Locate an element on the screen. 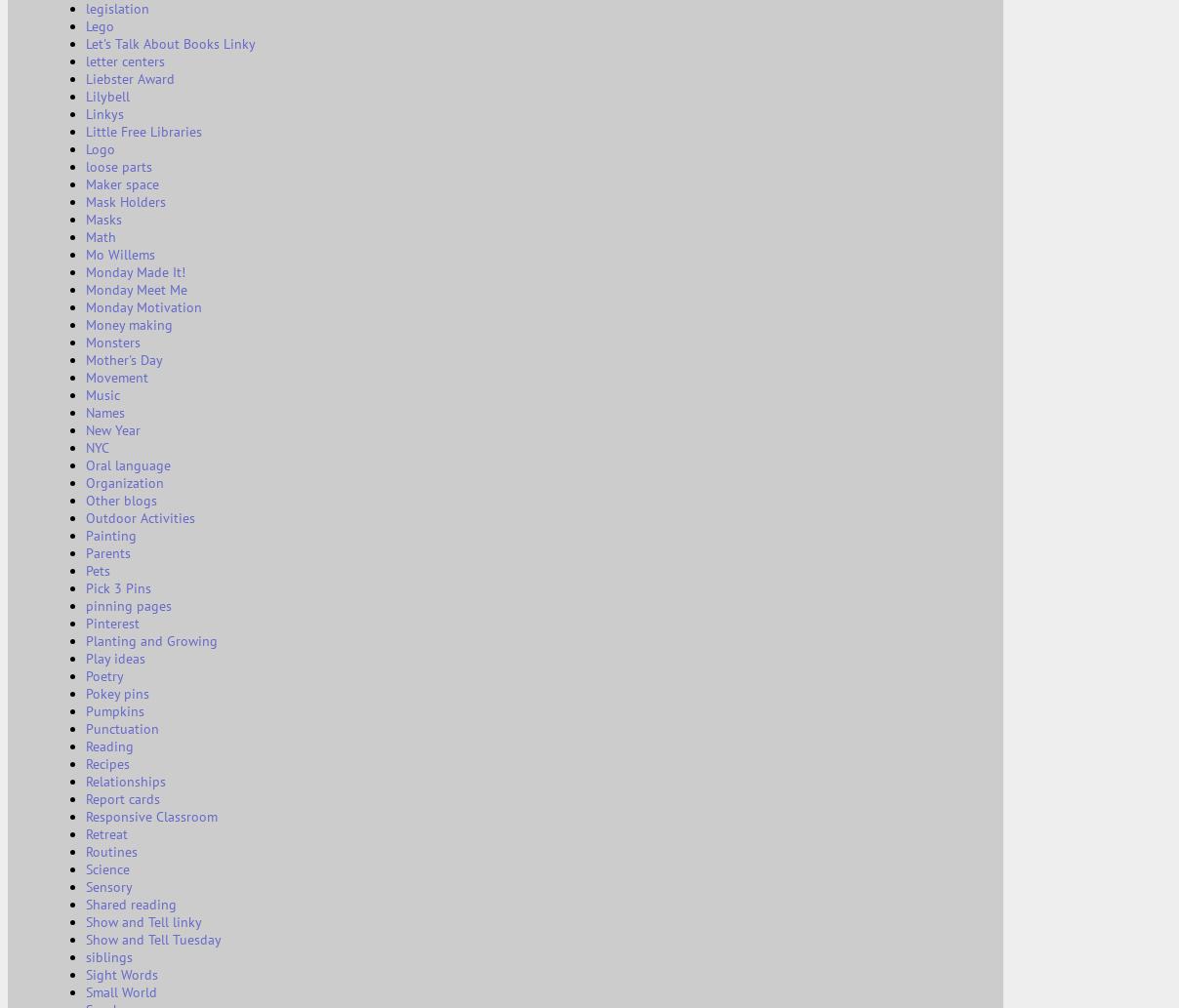 The height and width of the screenshot is (1008, 1179). 'Lilybell' is located at coordinates (106, 96).